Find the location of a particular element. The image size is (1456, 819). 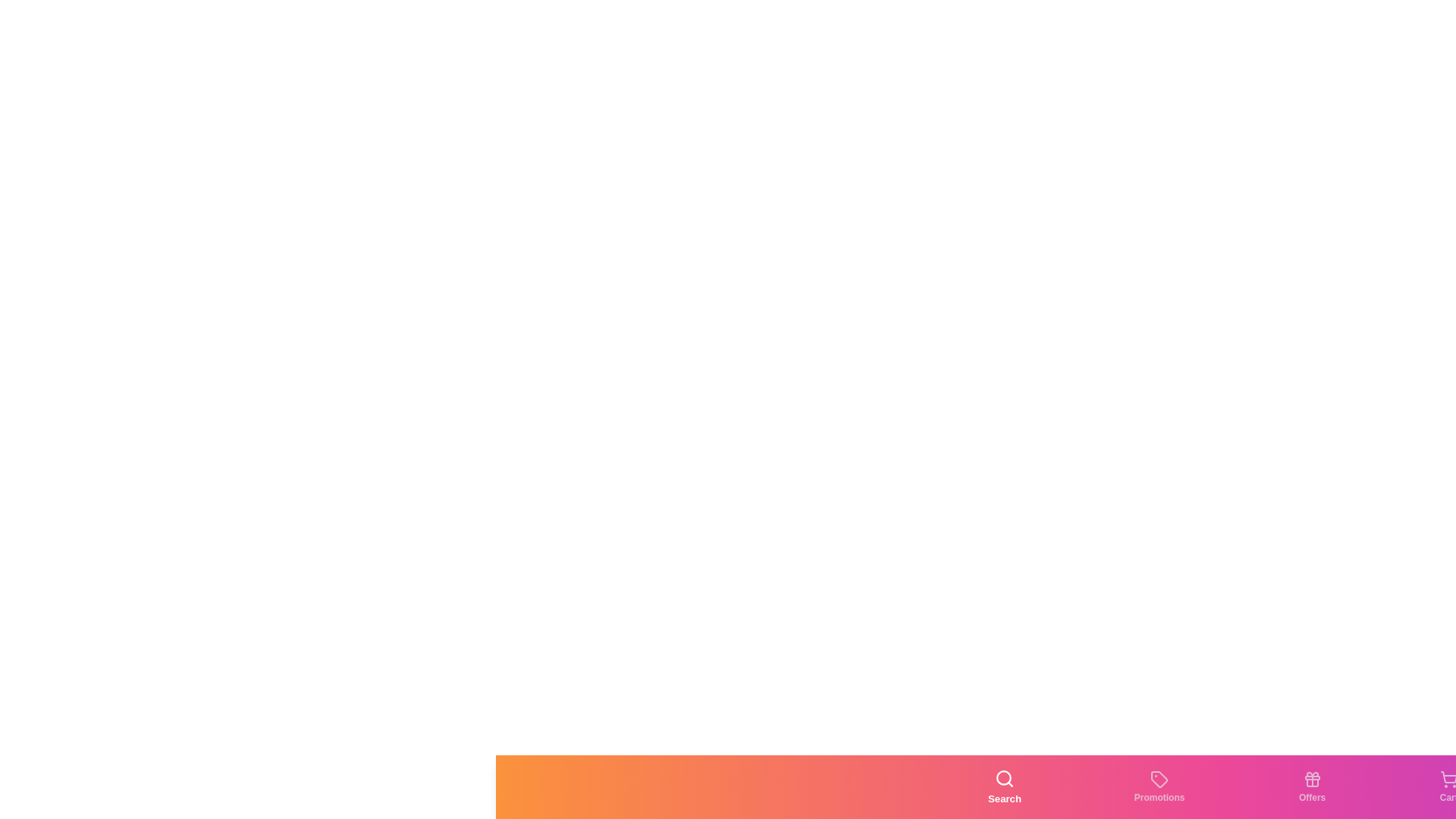

the tab labeled Search to observe the hover effect is located at coordinates (1005, 786).